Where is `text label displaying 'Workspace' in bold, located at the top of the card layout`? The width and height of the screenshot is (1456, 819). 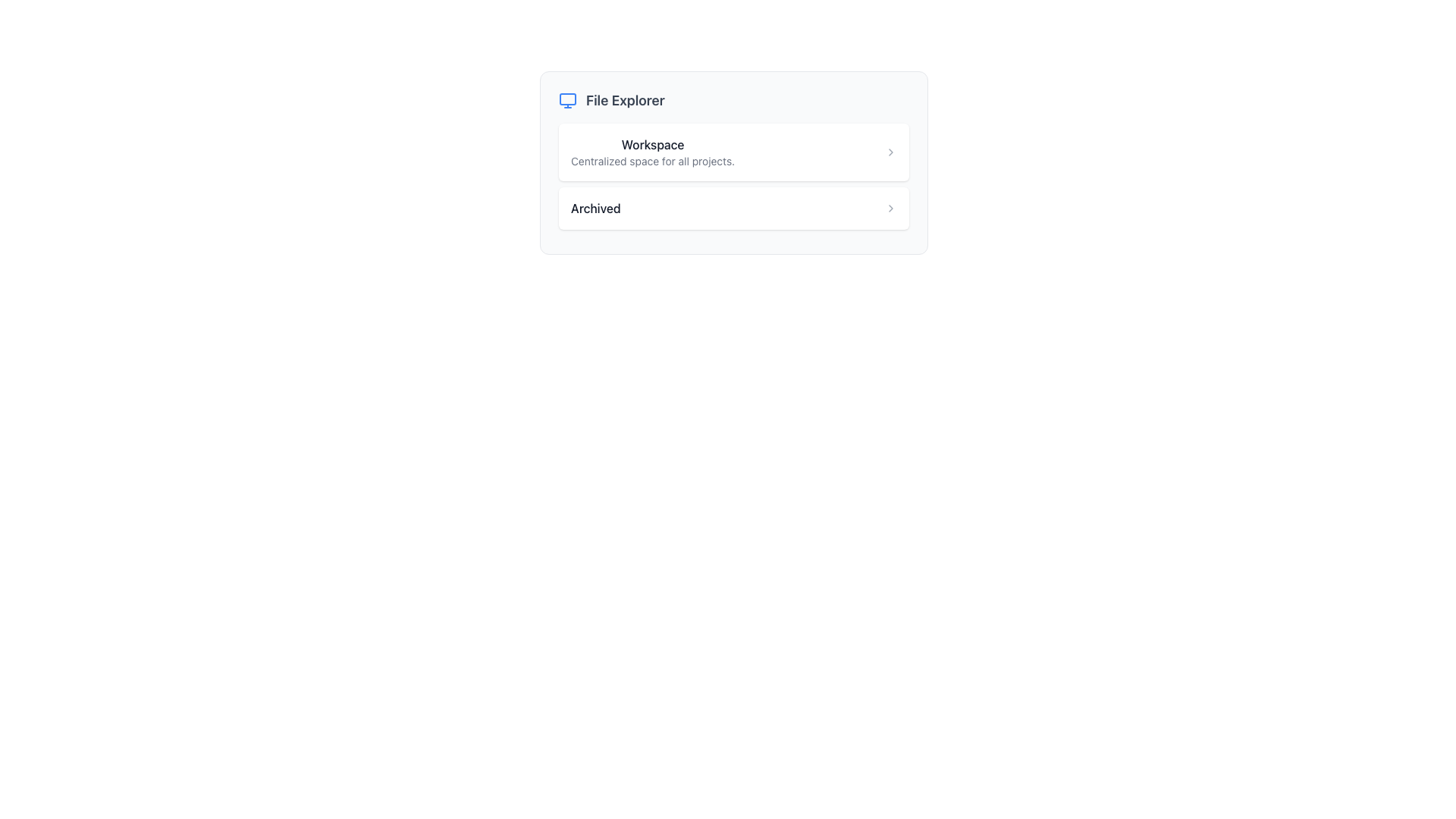 text label displaying 'Workspace' in bold, located at the top of the card layout is located at coordinates (653, 145).